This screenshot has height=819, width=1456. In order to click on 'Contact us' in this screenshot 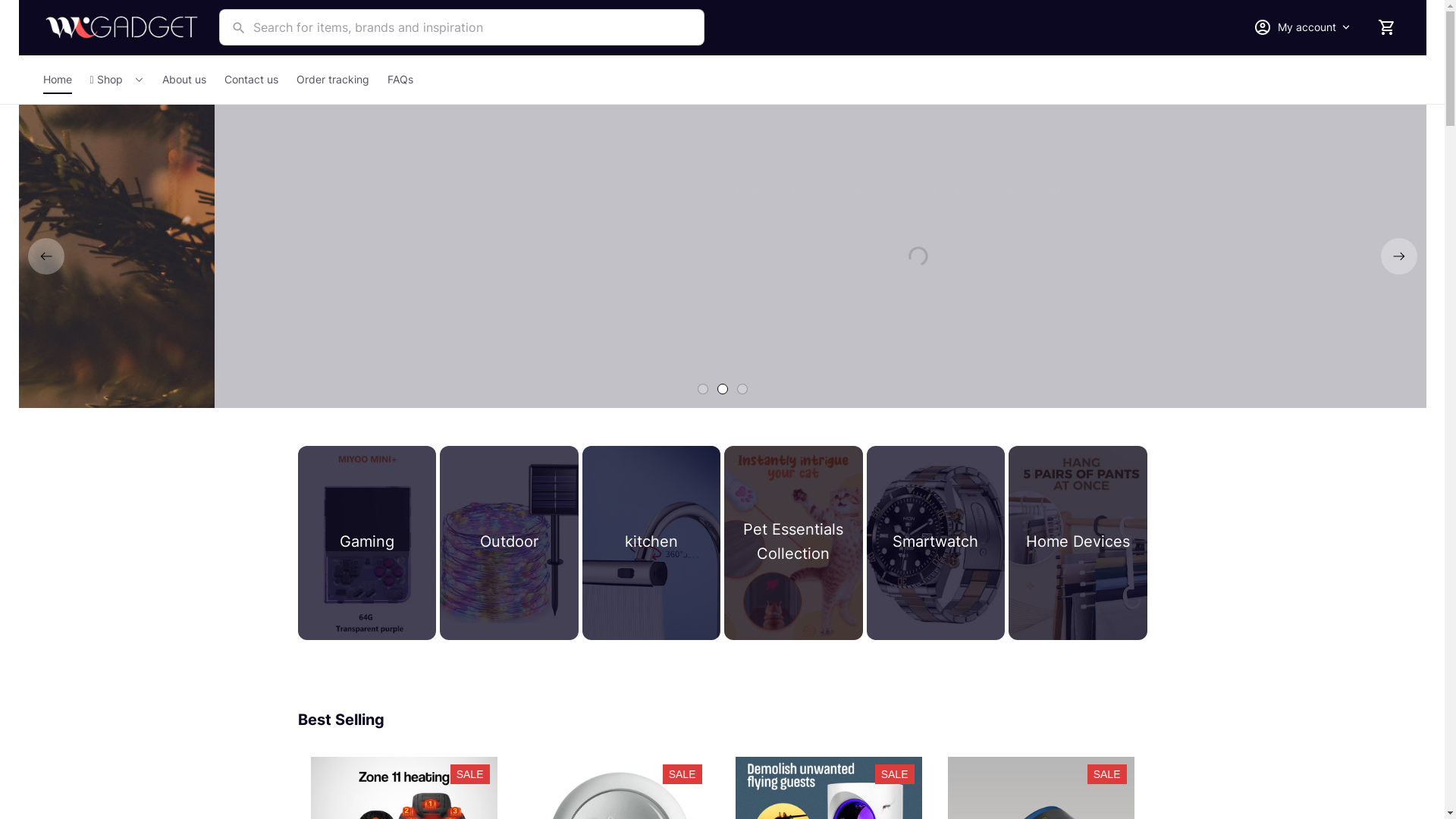, I will do `click(214, 79)`.